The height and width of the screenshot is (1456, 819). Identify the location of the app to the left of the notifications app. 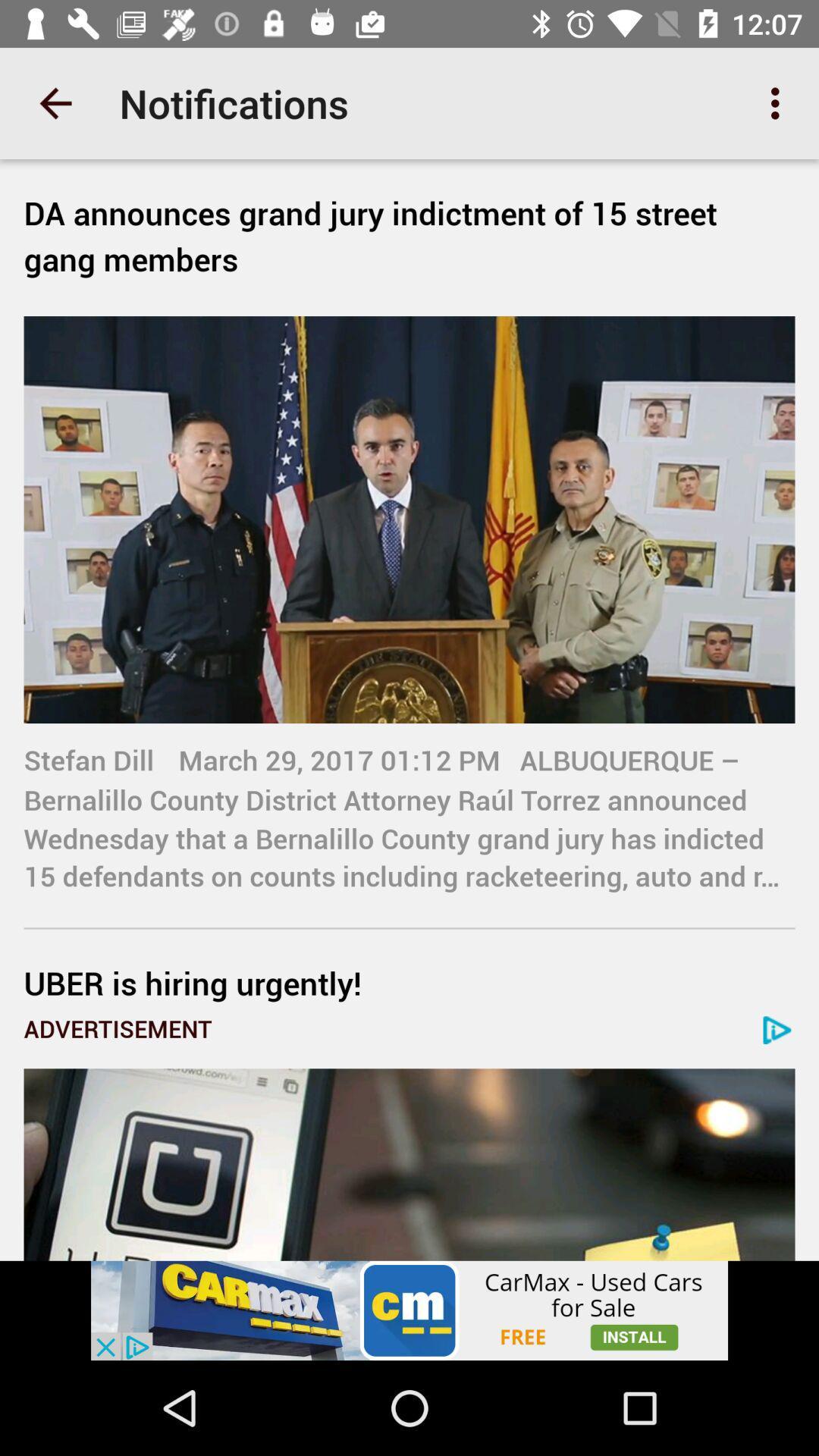
(55, 102).